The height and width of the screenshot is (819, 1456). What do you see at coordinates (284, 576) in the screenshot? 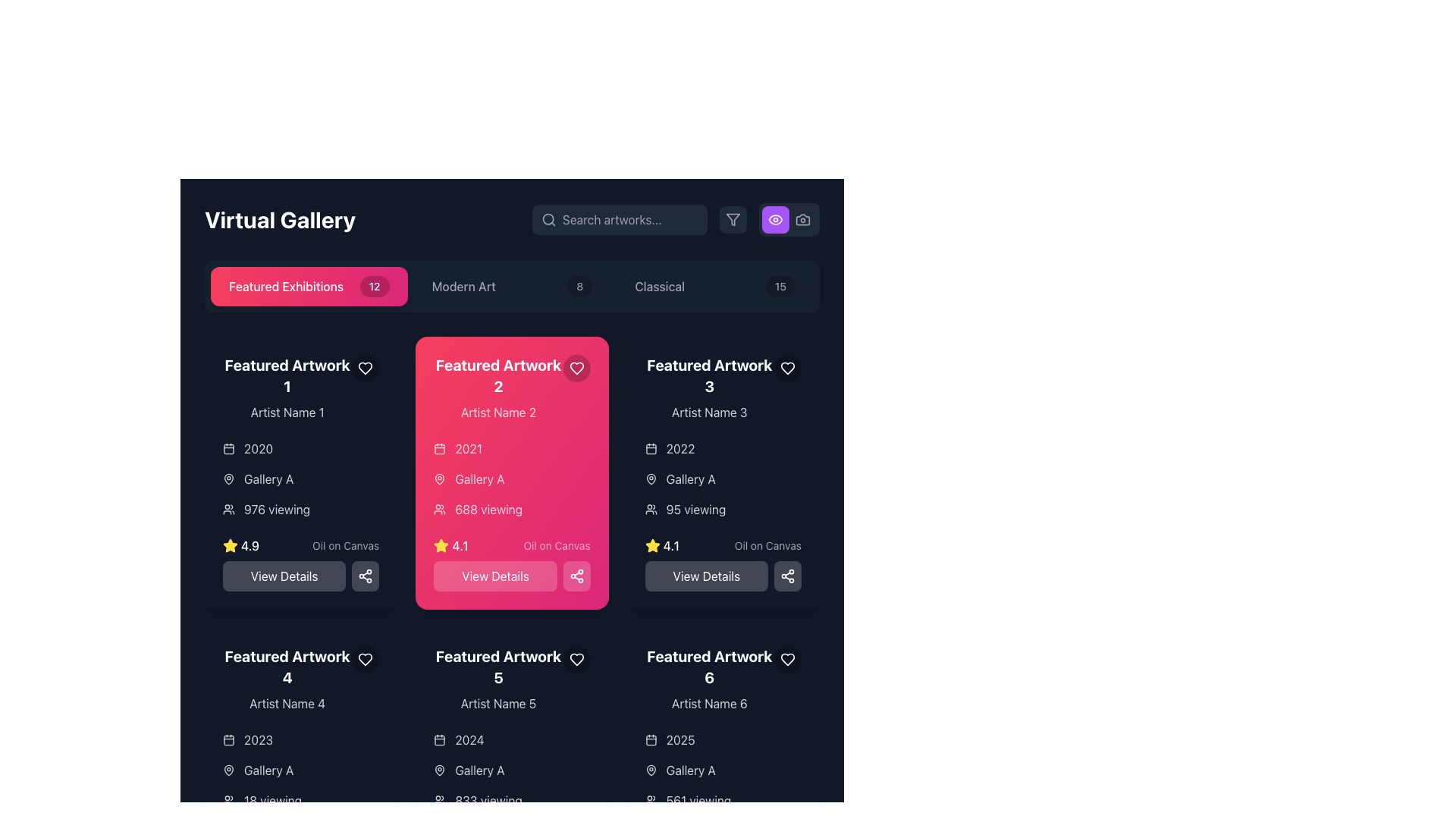
I see `the 'View Details' button, which is a rectangular button with rounded corners and a grayish background` at bounding box center [284, 576].